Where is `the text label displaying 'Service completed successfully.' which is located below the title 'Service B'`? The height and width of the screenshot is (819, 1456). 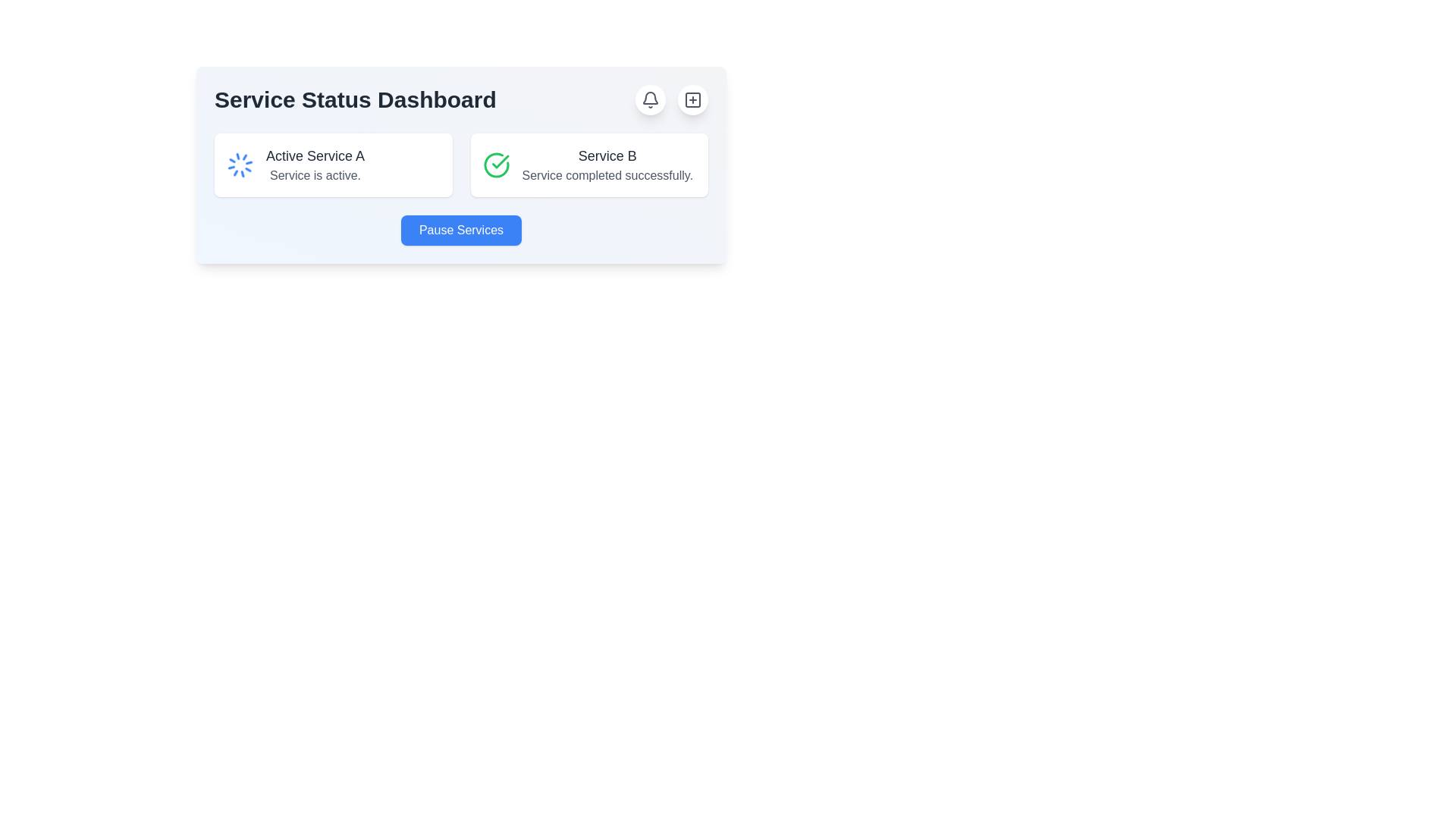 the text label displaying 'Service completed successfully.' which is located below the title 'Service B' is located at coordinates (607, 174).